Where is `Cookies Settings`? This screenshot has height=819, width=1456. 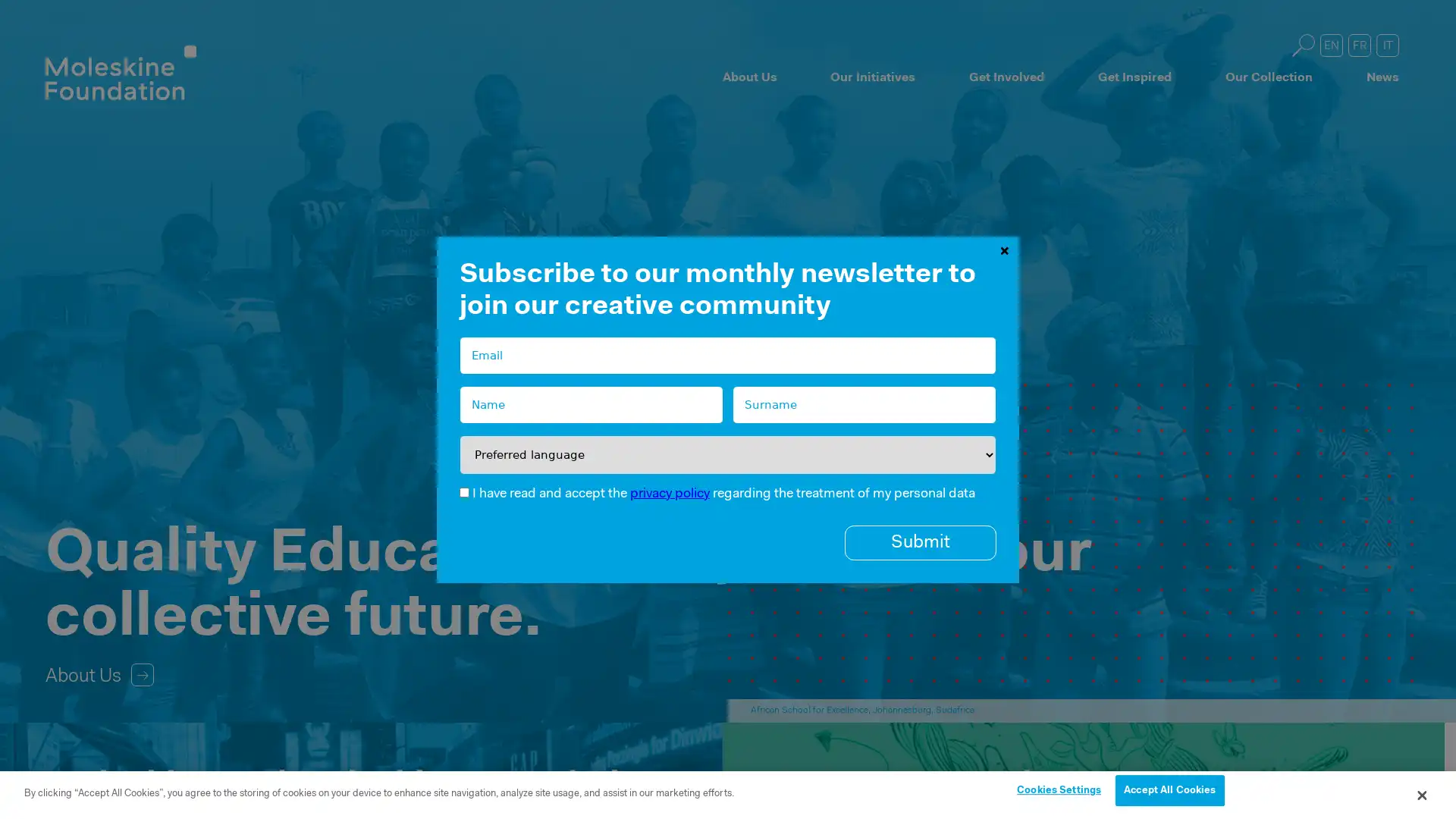
Cookies Settings is located at coordinates (1054, 789).